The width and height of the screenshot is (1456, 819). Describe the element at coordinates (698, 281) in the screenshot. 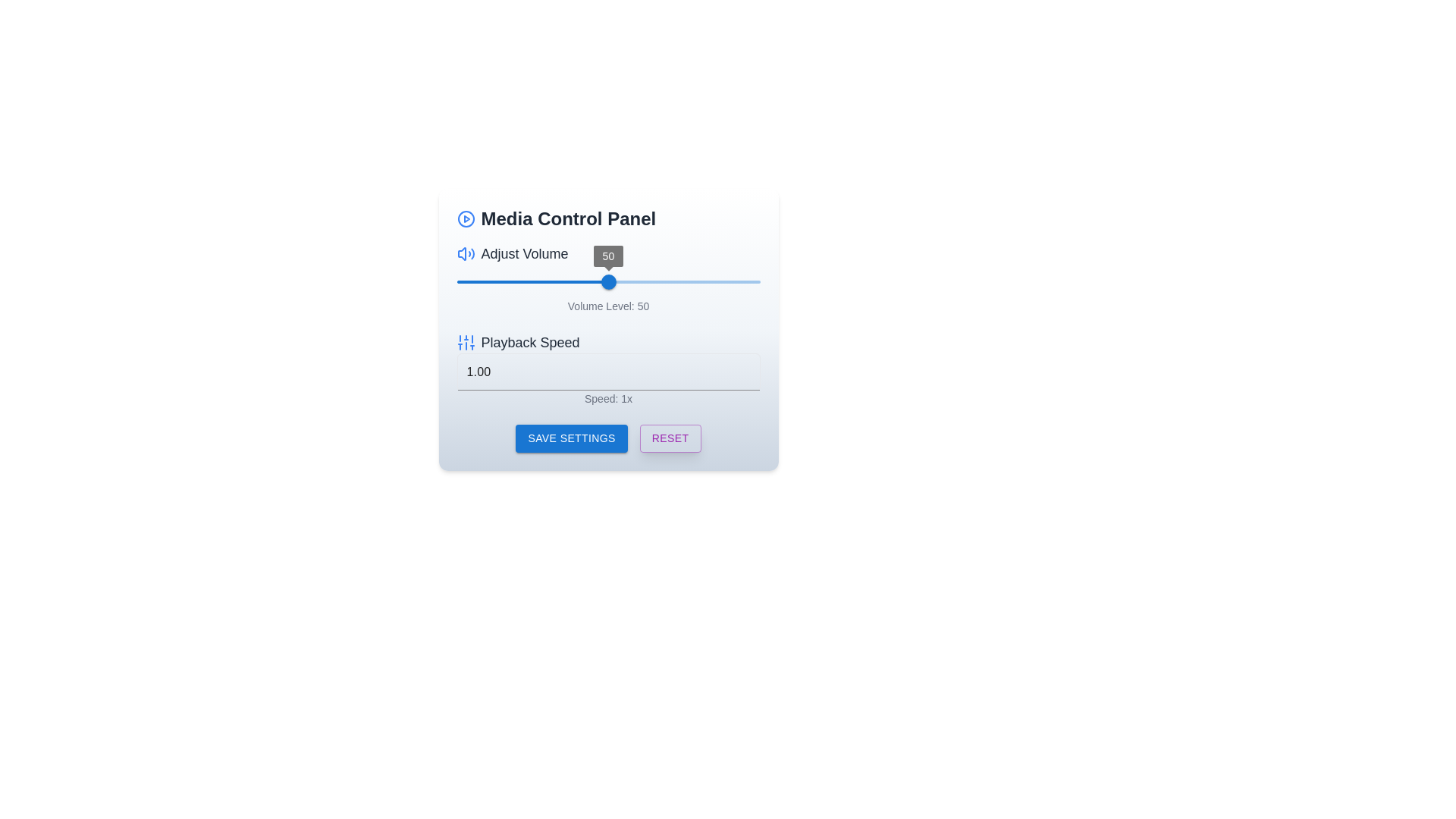

I see `volume` at that location.